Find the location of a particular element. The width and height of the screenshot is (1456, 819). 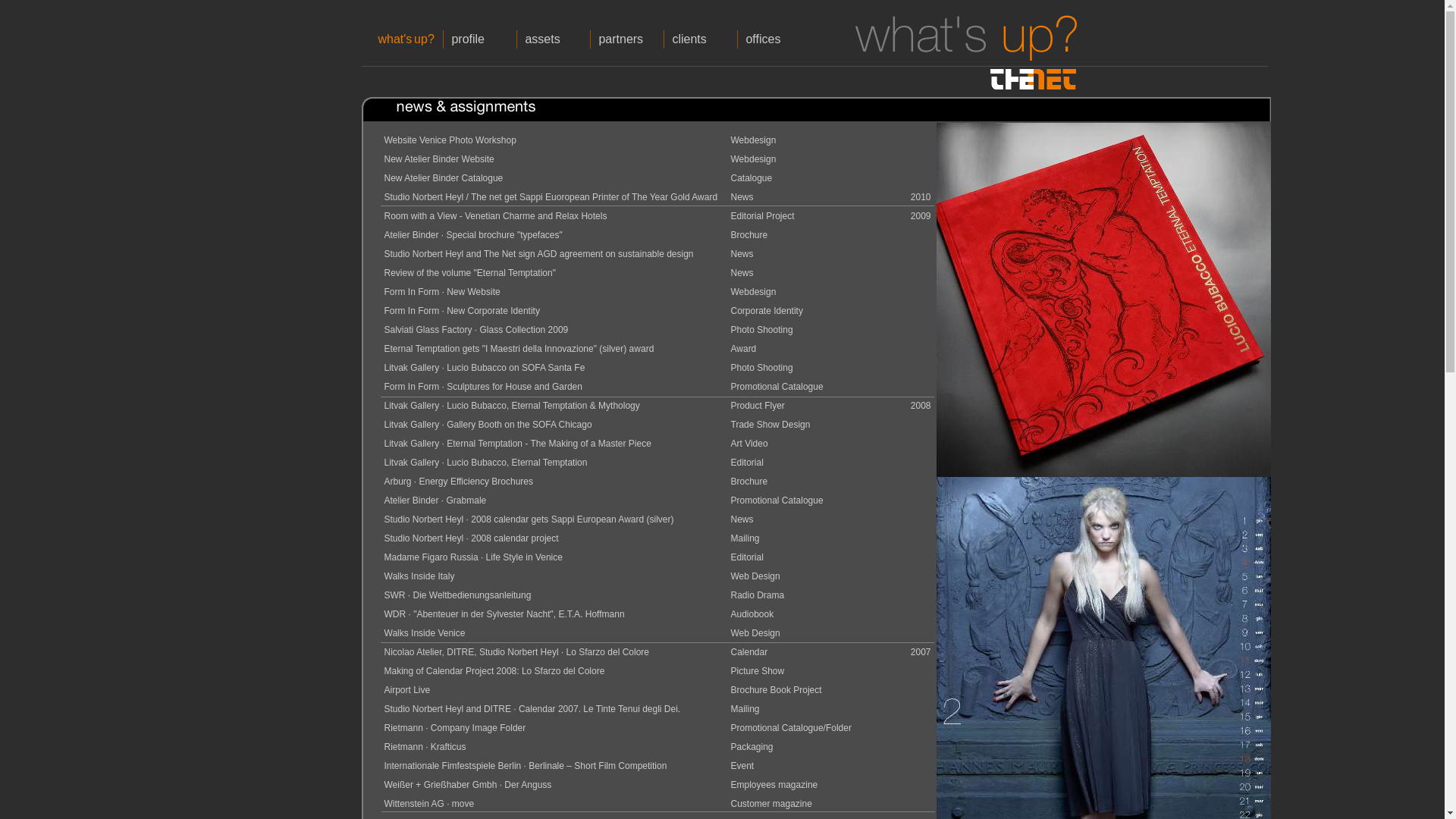

'profile' is located at coordinates (479, 38).